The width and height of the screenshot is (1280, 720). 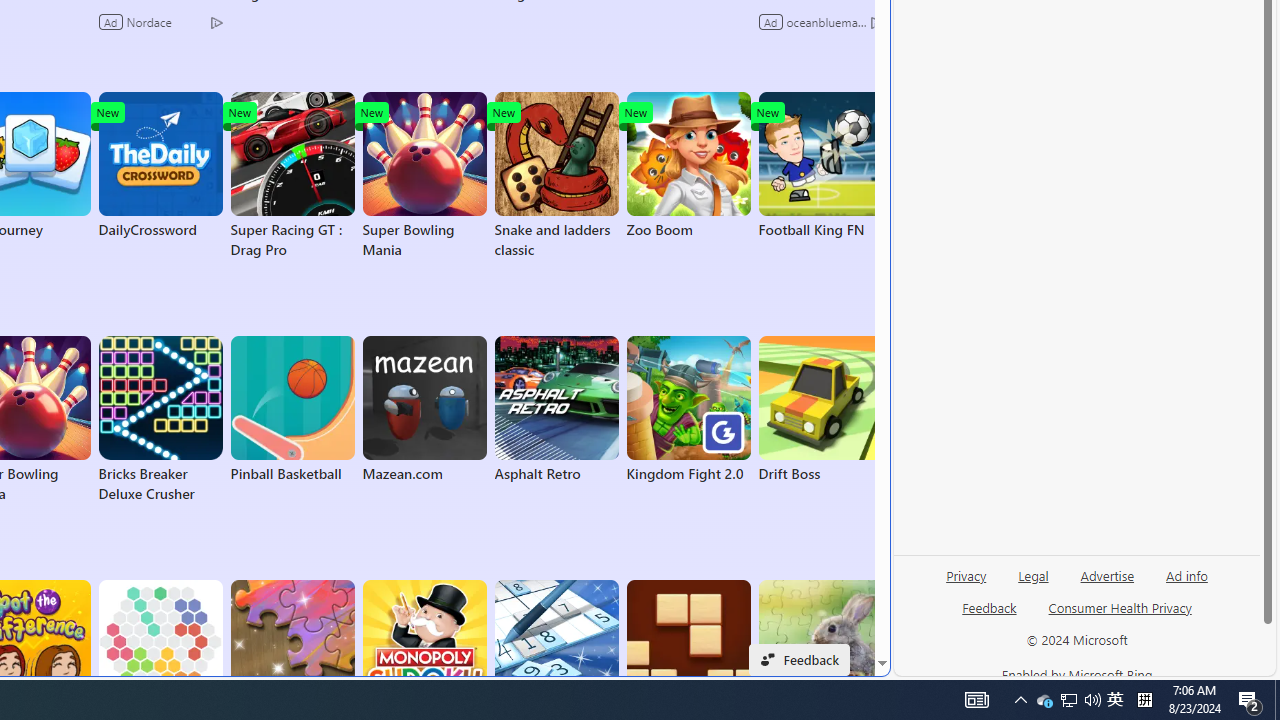 I want to click on 'DailyCrossword', so click(x=160, y=164).